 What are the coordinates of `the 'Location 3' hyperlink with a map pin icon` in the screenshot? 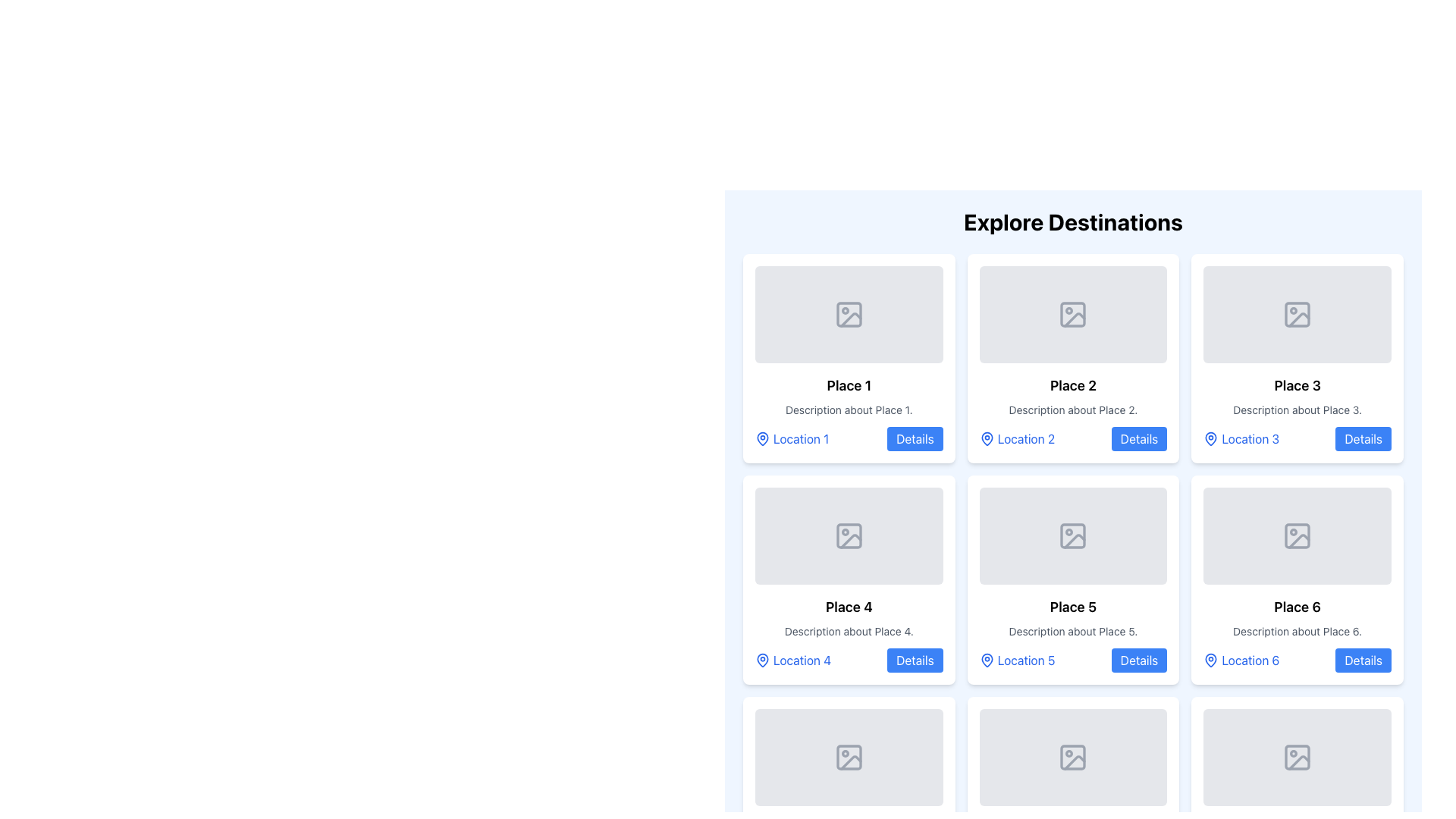 It's located at (1241, 438).